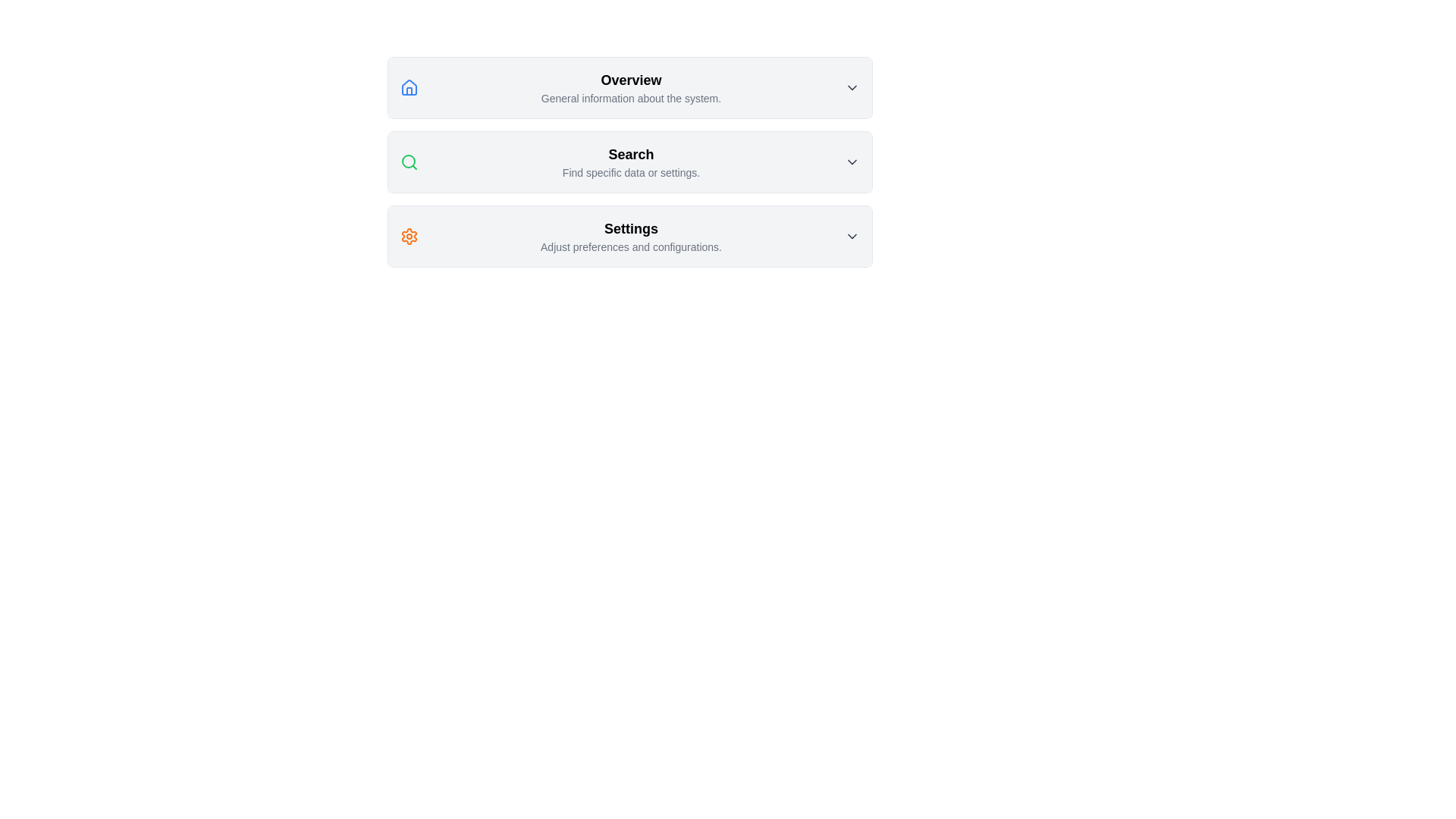 Image resolution: width=1456 pixels, height=819 pixels. Describe the element at coordinates (408, 161) in the screenshot. I see `central SVG circle graphic representing the lens of the magnifying glass icon in the 'Search' section of the interface` at that location.